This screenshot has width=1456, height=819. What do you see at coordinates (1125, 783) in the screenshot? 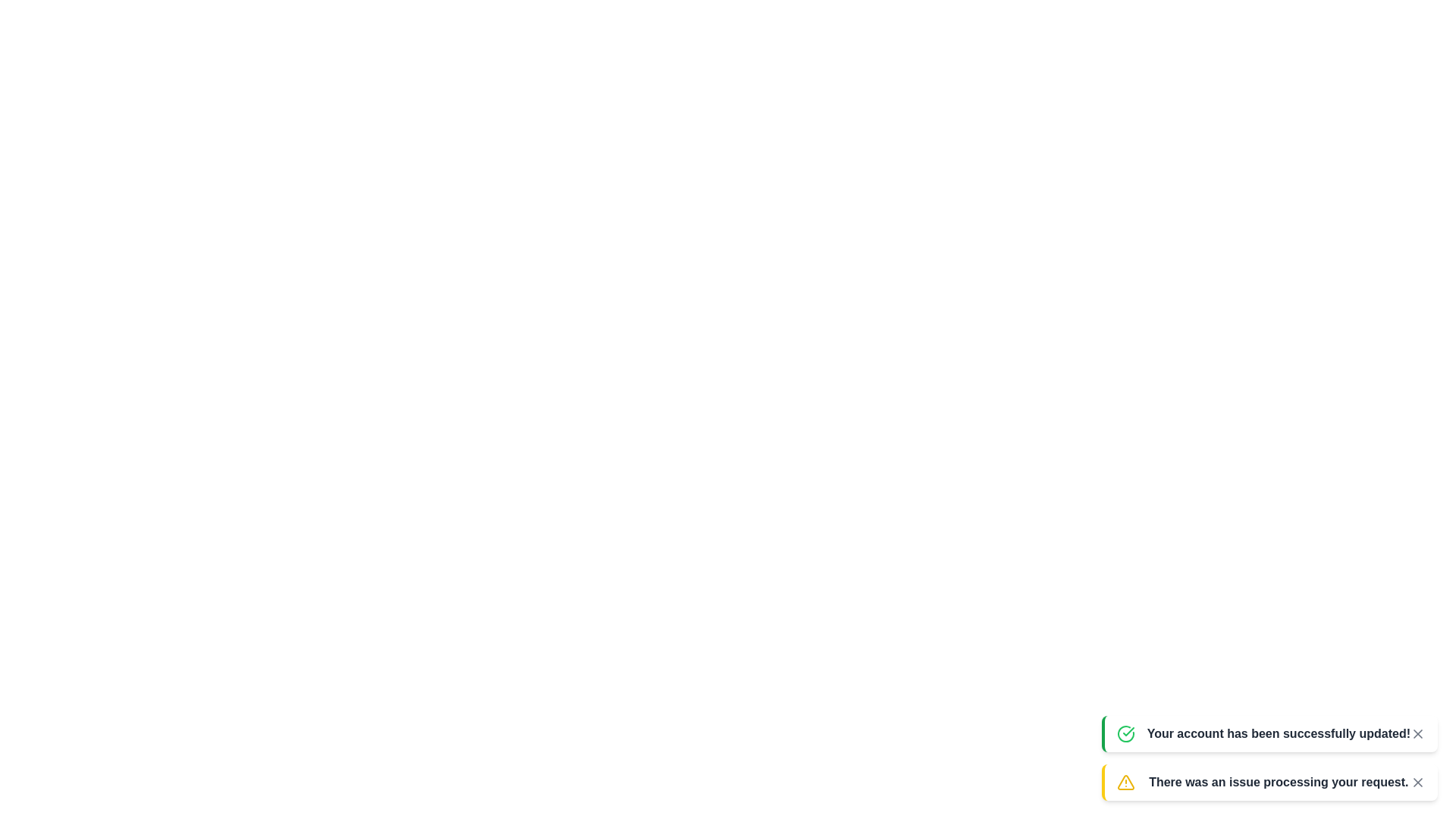
I see `the notification icon for error type` at bounding box center [1125, 783].